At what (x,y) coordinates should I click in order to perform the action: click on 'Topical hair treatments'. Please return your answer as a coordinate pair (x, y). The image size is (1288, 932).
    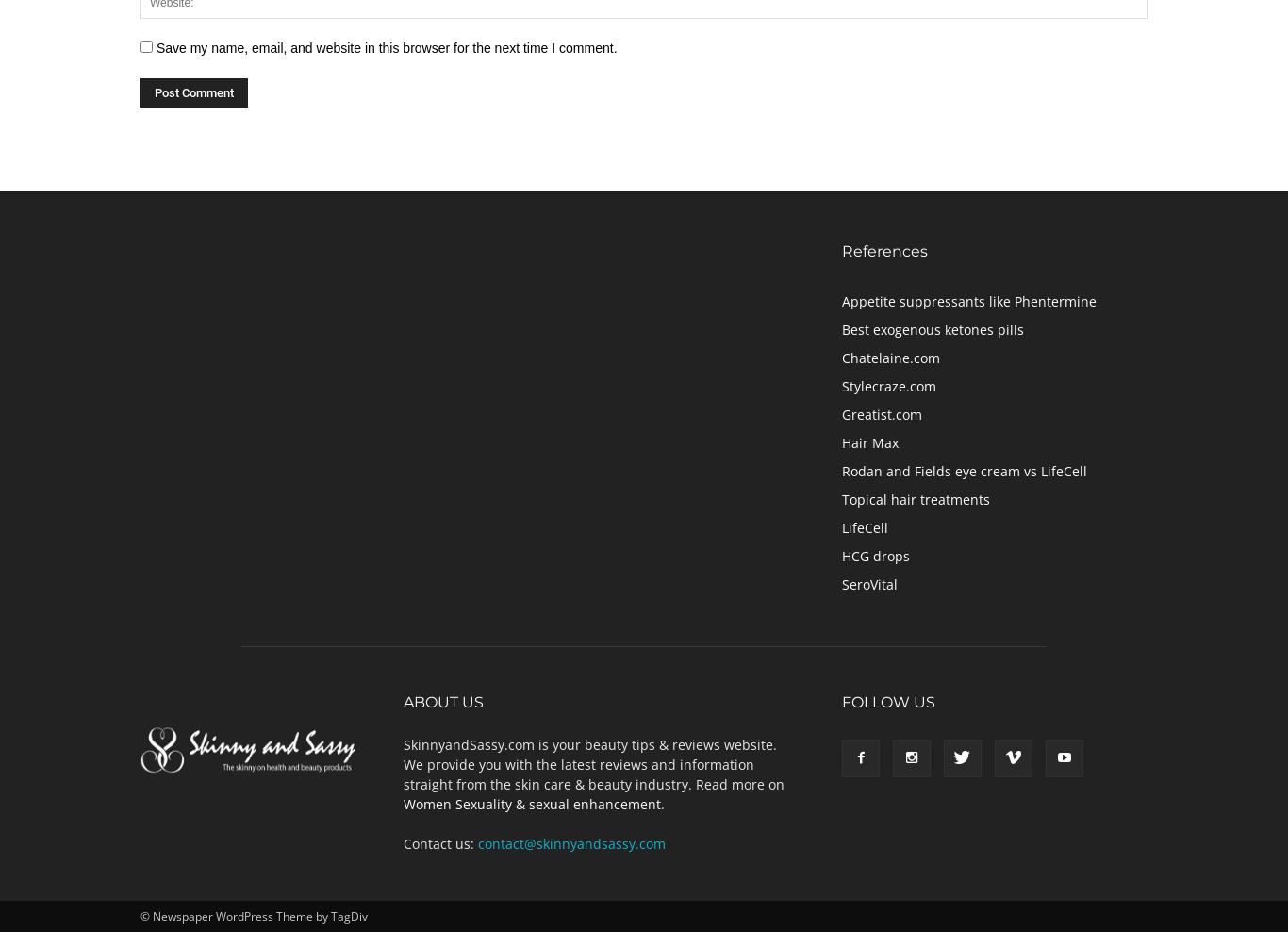
    Looking at the image, I should click on (916, 497).